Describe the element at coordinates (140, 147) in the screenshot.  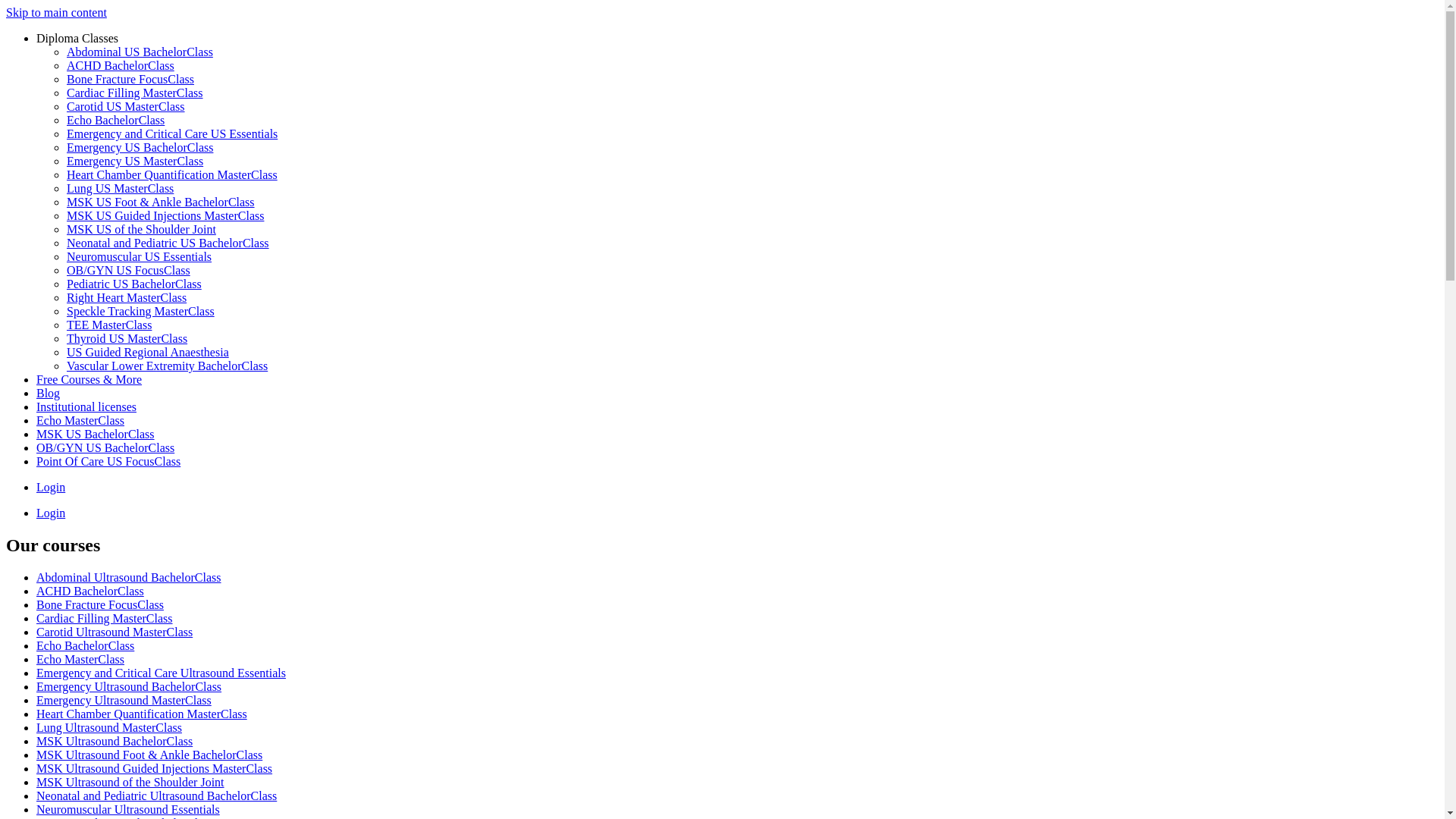
I see `'Emergency US BachelorClass'` at that location.